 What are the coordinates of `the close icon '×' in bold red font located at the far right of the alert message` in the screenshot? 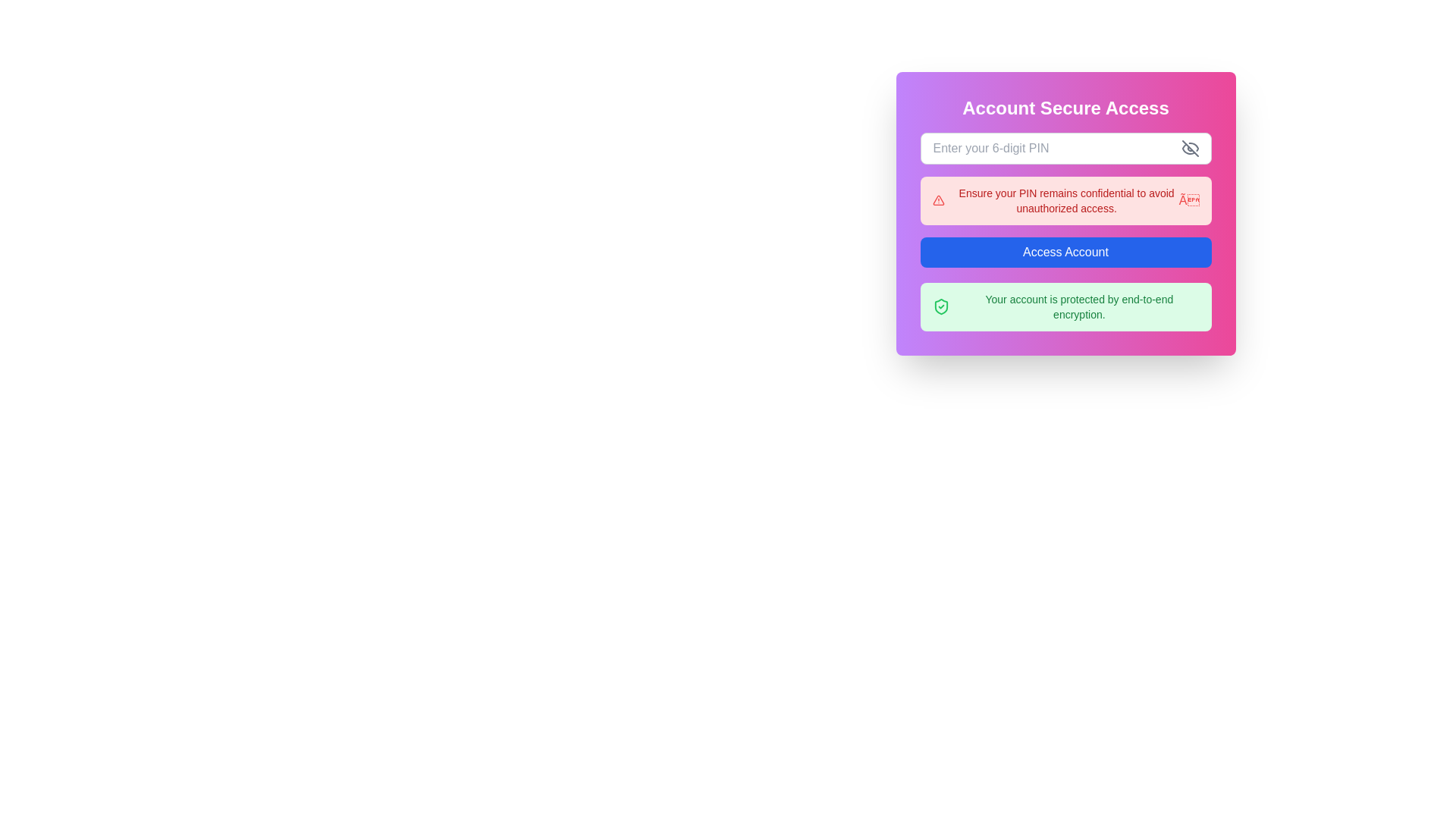 It's located at (1188, 200).